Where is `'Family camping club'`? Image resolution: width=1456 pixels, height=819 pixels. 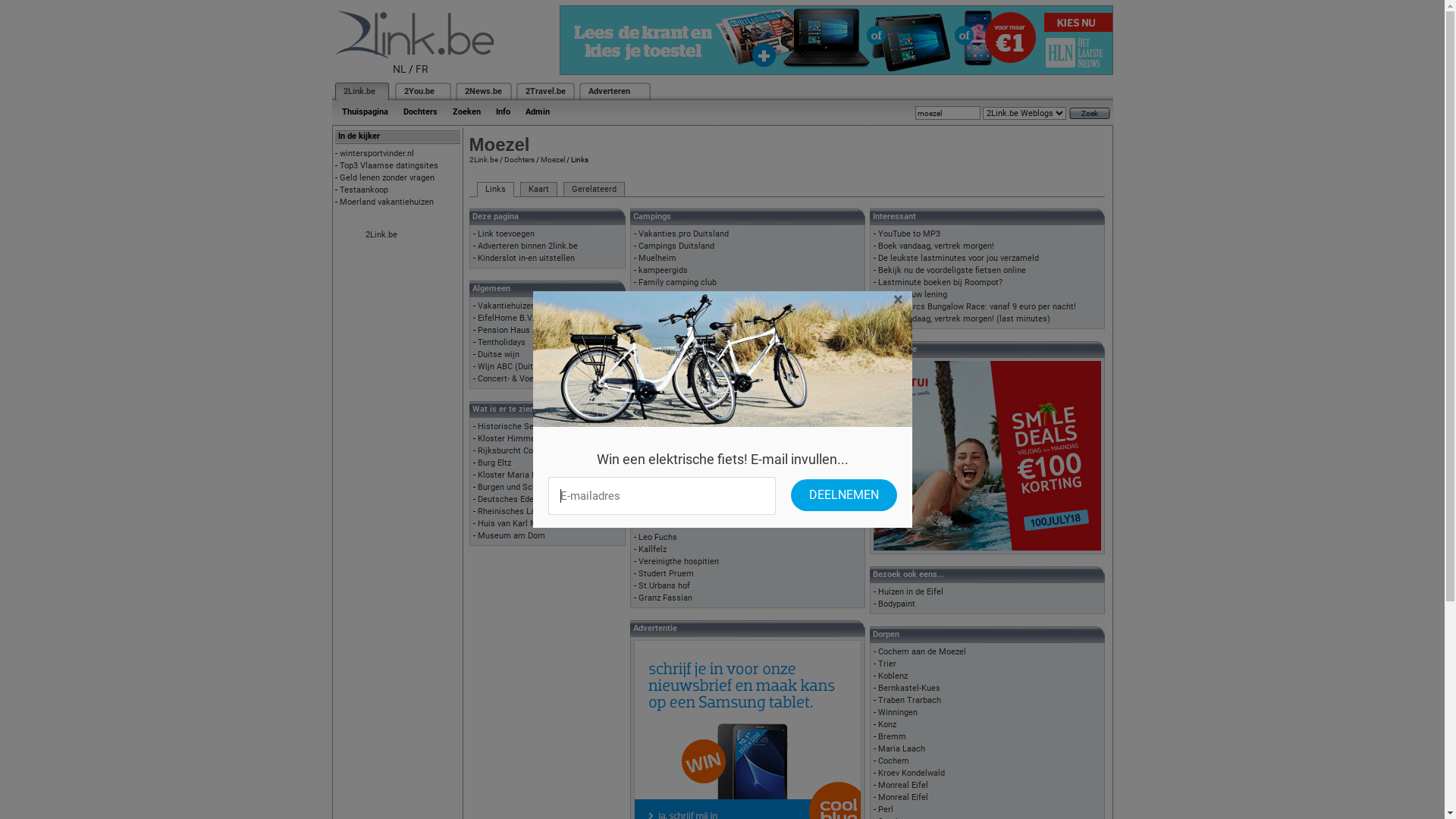 'Family camping club' is located at coordinates (676, 282).